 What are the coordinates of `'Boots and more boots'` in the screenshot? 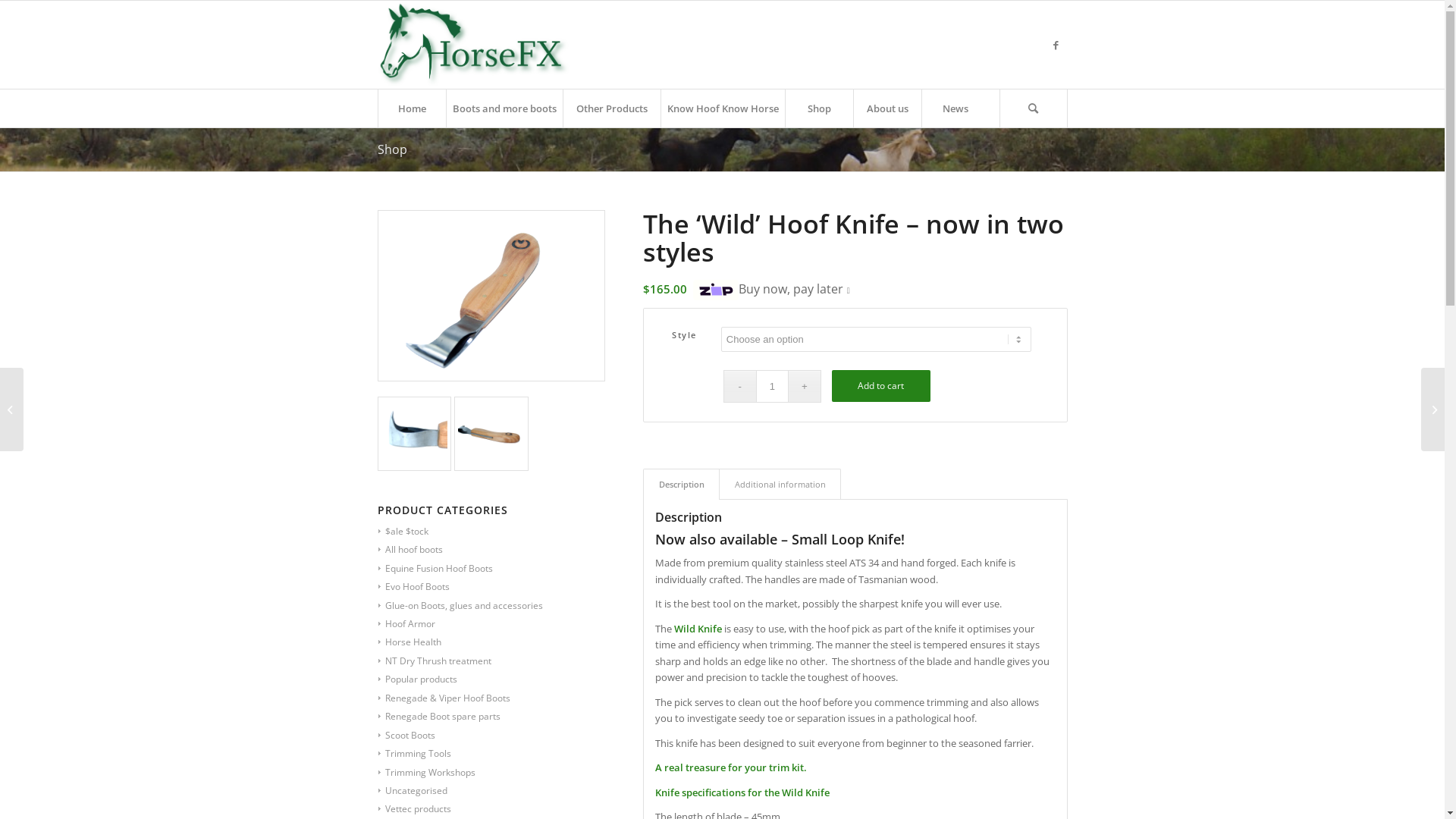 It's located at (504, 107).